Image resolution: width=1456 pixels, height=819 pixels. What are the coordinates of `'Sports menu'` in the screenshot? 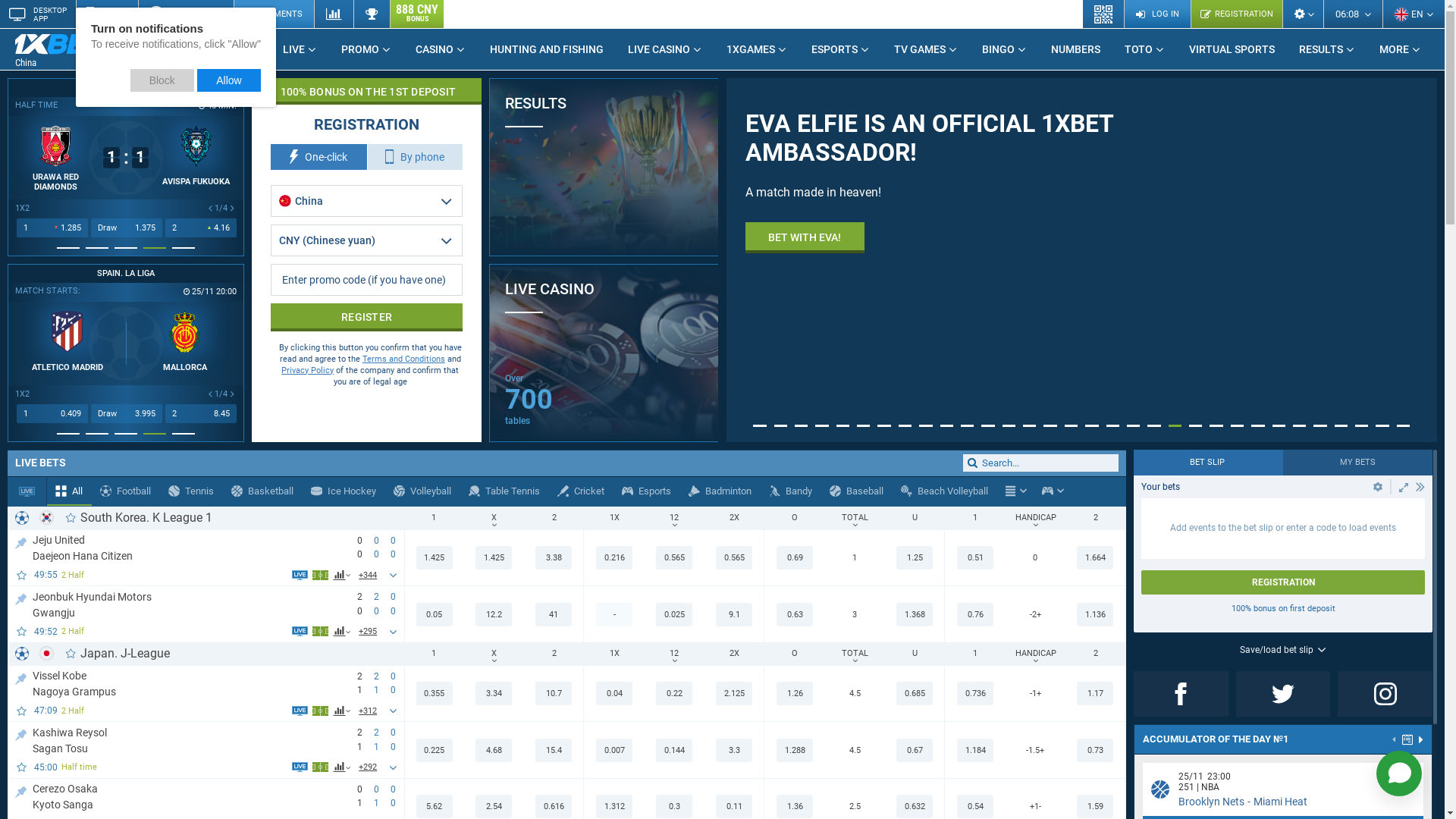 It's located at (1015, 491).